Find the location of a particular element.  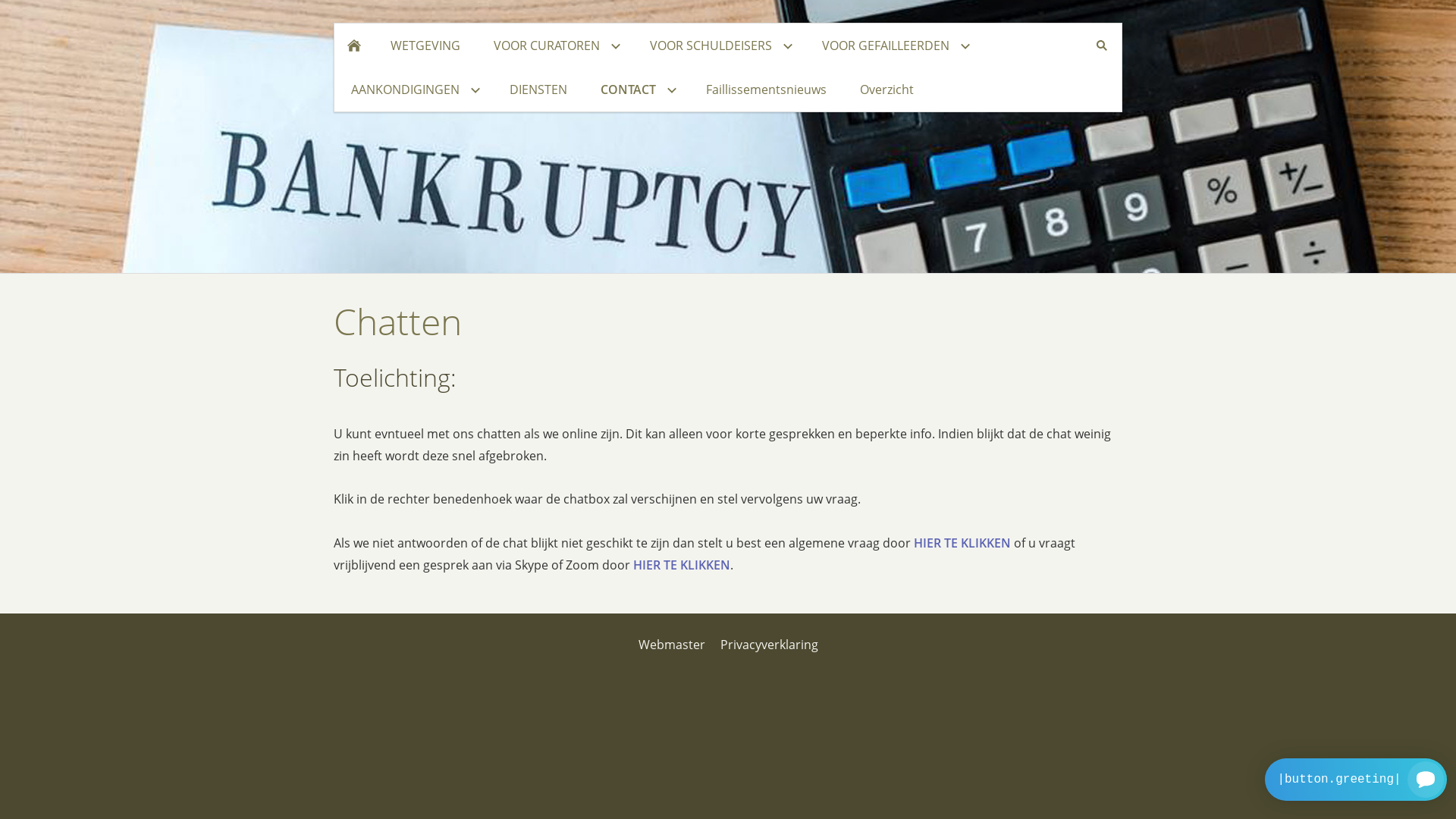

'VOOR CURATOREN' is located at coordinates (475, 45).